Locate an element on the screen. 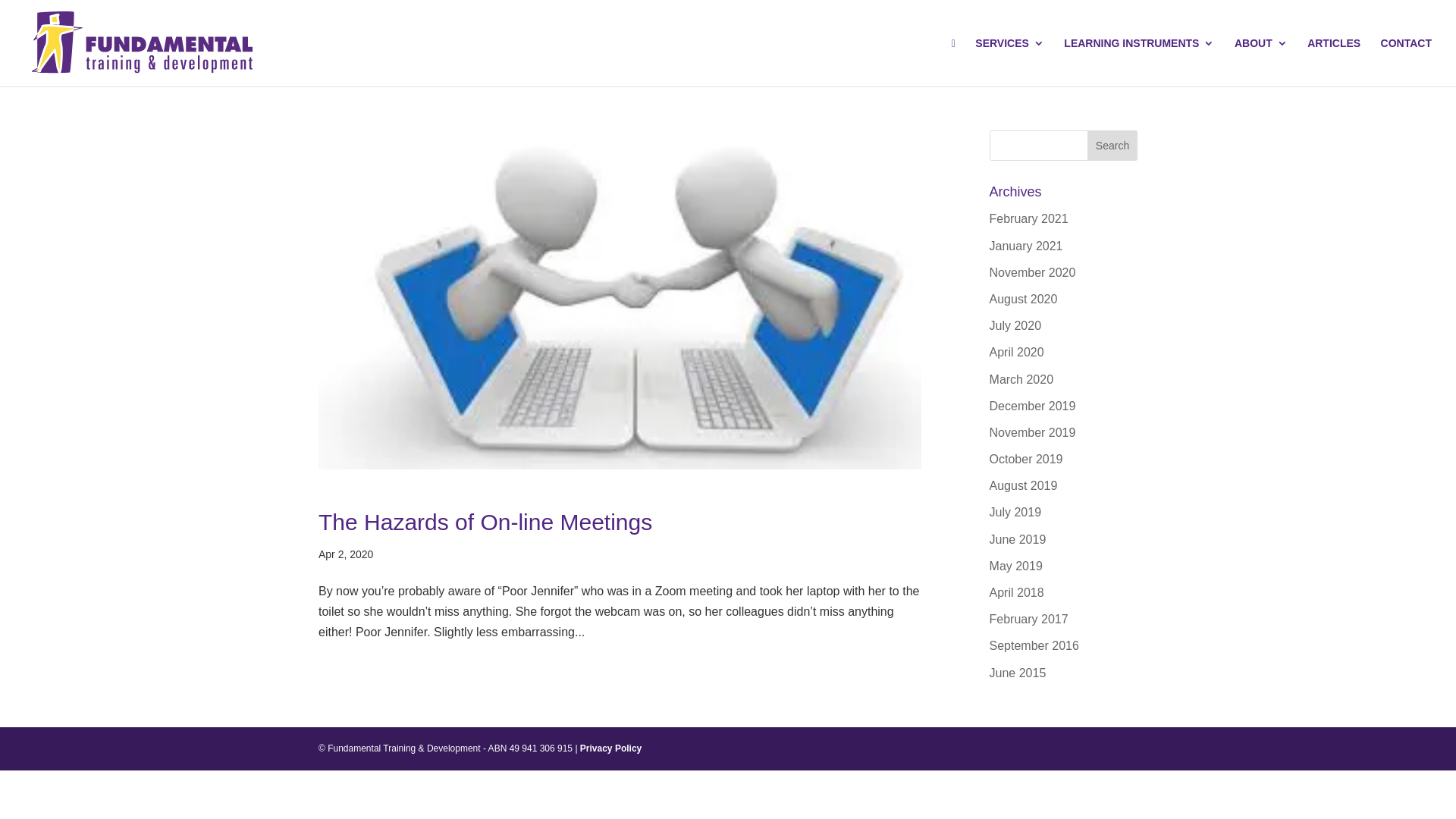 The image size is (1456, 819). 'June 2015' is located at coordinates (990, 672).